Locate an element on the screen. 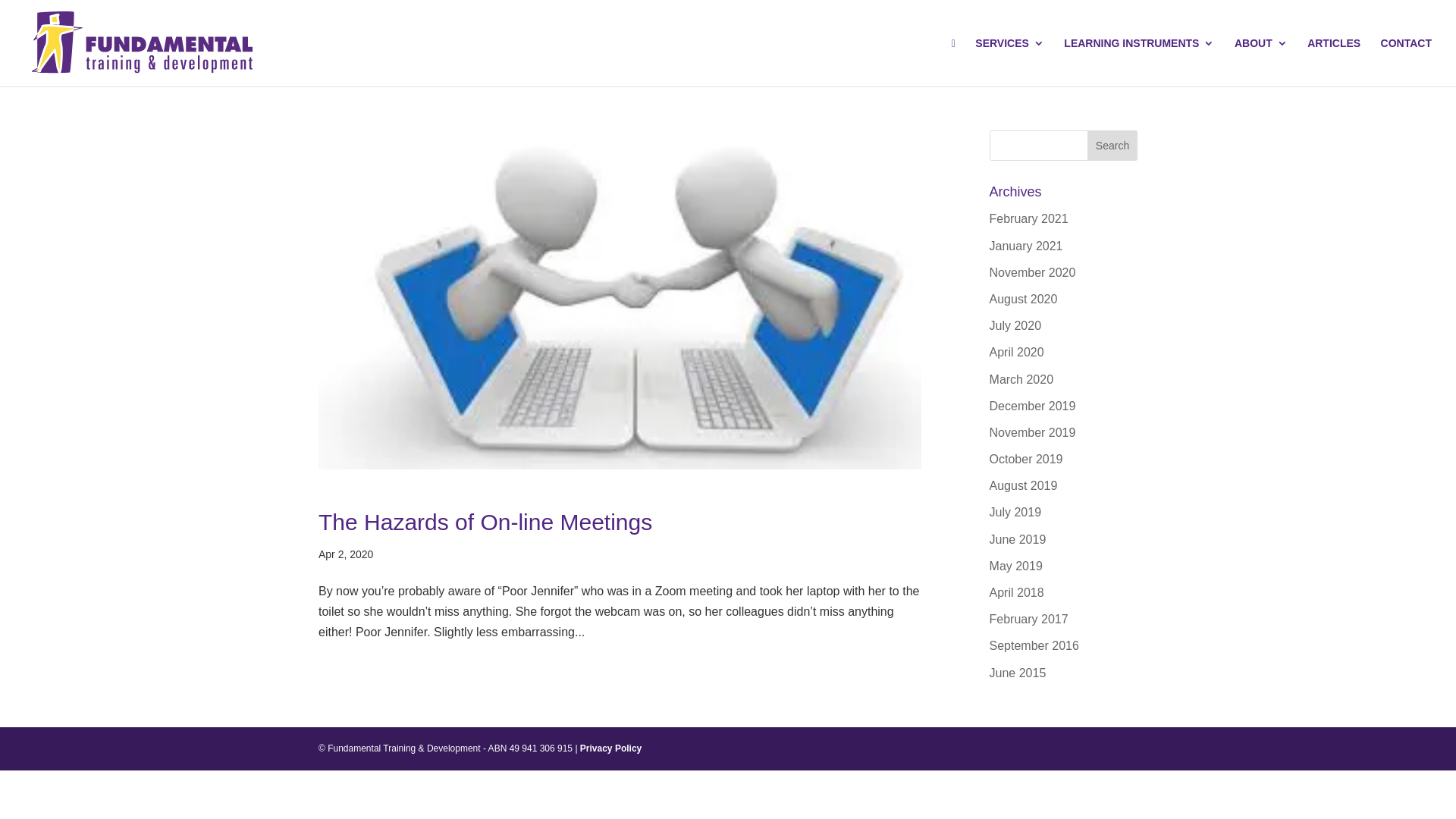 The image size is (1456, 819). 'June 2015' is located at coordinates (990, 672).